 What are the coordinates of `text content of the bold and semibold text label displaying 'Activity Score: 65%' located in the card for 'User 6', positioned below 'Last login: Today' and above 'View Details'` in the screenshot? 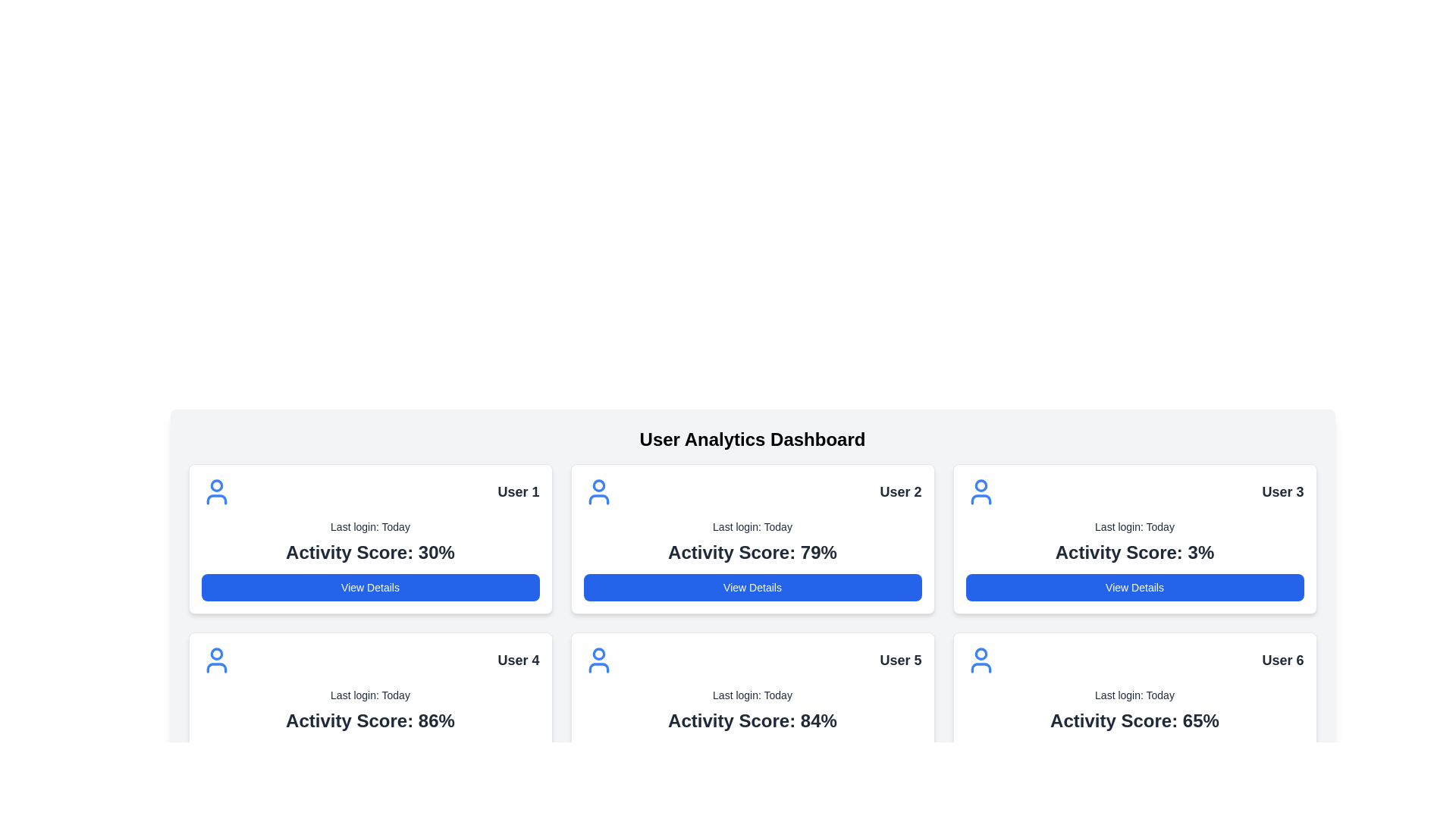 It's located at (1134, 720).